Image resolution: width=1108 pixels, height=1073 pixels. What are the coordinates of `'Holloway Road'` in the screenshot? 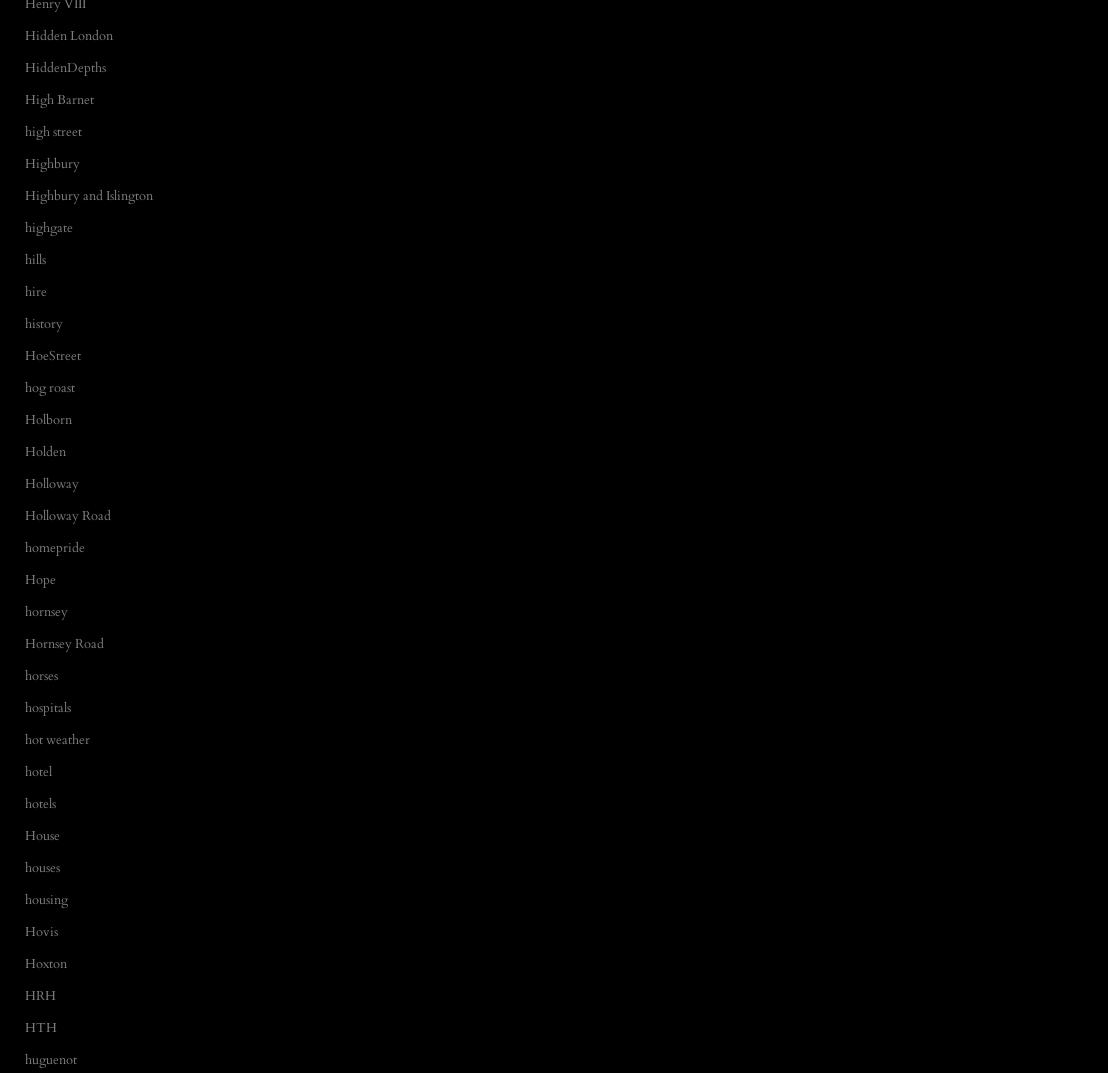 It's located at (67, 514).